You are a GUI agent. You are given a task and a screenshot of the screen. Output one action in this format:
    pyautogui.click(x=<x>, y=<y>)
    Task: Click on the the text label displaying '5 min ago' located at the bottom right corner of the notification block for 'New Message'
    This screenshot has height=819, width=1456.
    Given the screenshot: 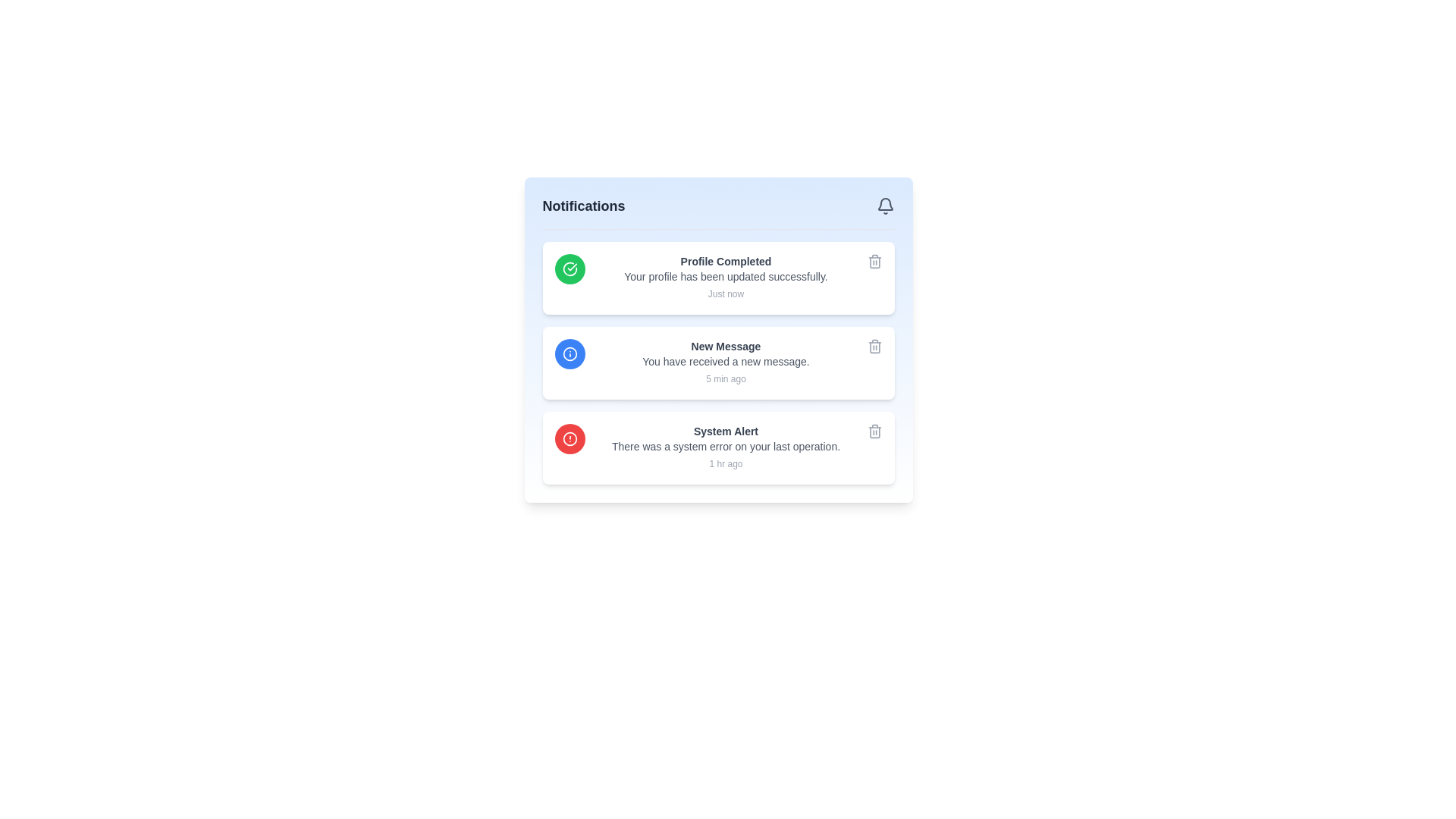 What is the action you would take?
    pyautogui.click(x=725, y=378)
    